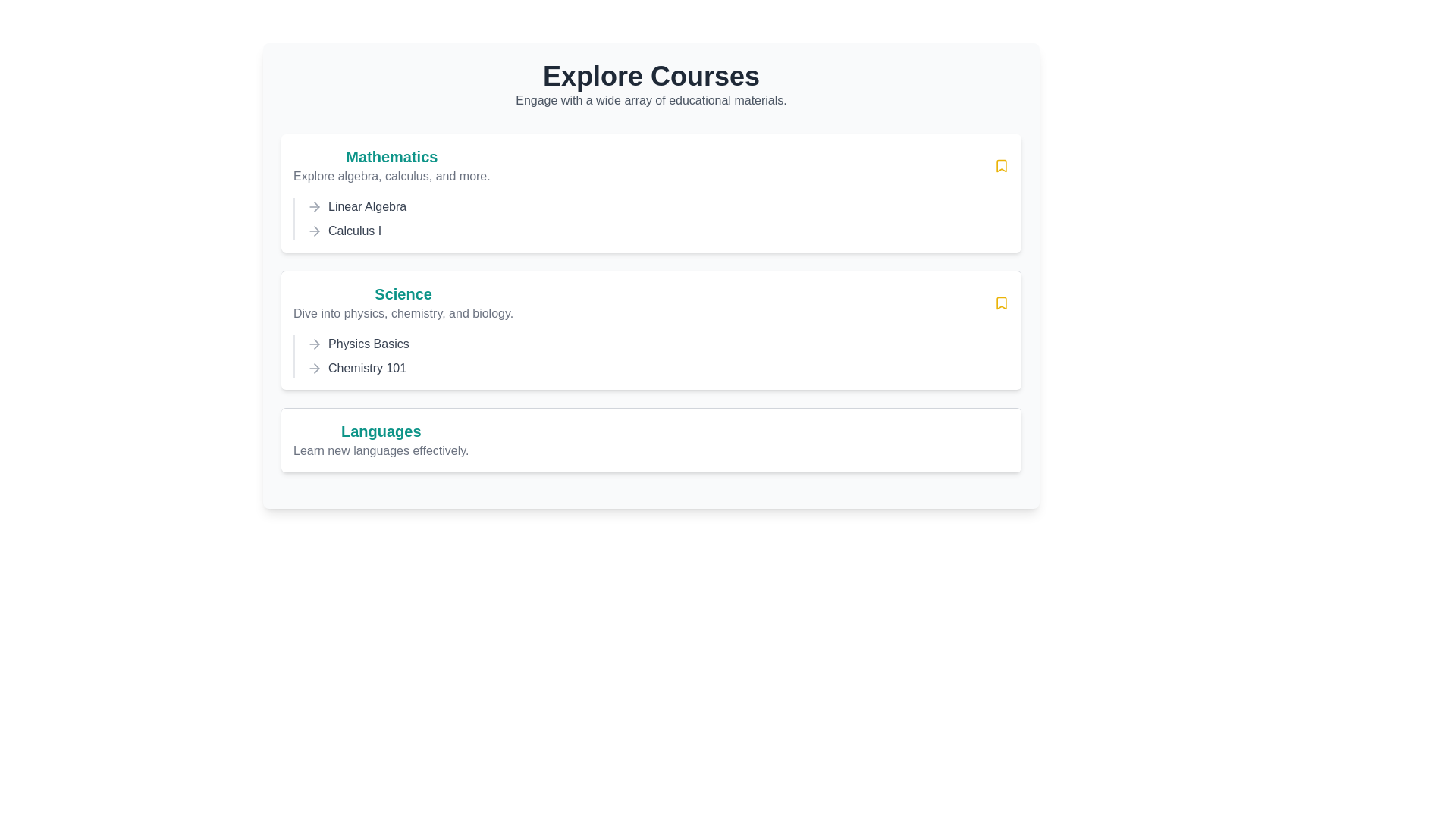 The image size is (1456, 819). What do you see at coordinates (381, 431) in the screenshot?
I see `the 'Languages' interactive label styled as a header` at bounding box center [381, 431].